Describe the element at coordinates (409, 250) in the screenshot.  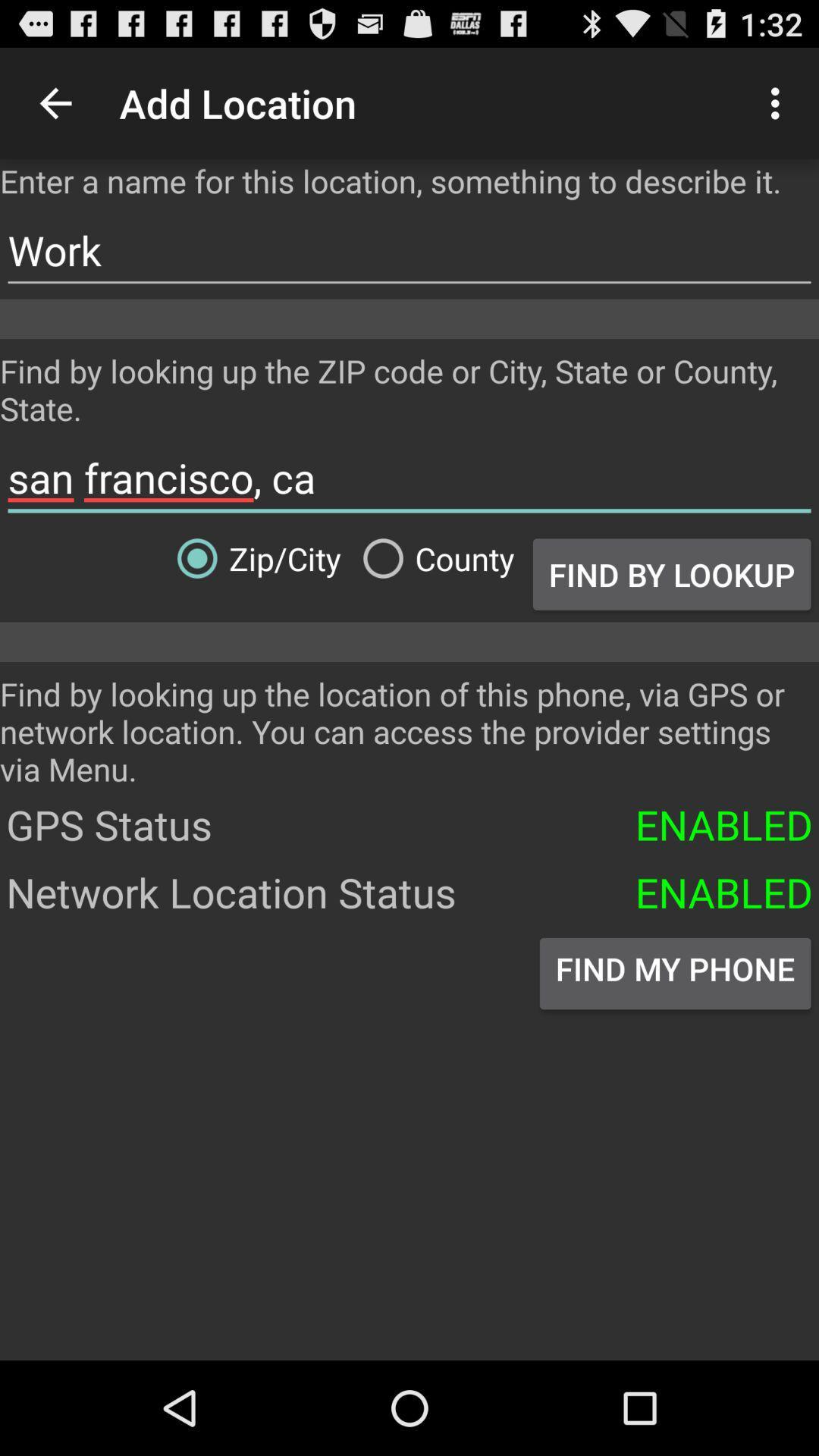
I see `the item below enter a name` at that location.